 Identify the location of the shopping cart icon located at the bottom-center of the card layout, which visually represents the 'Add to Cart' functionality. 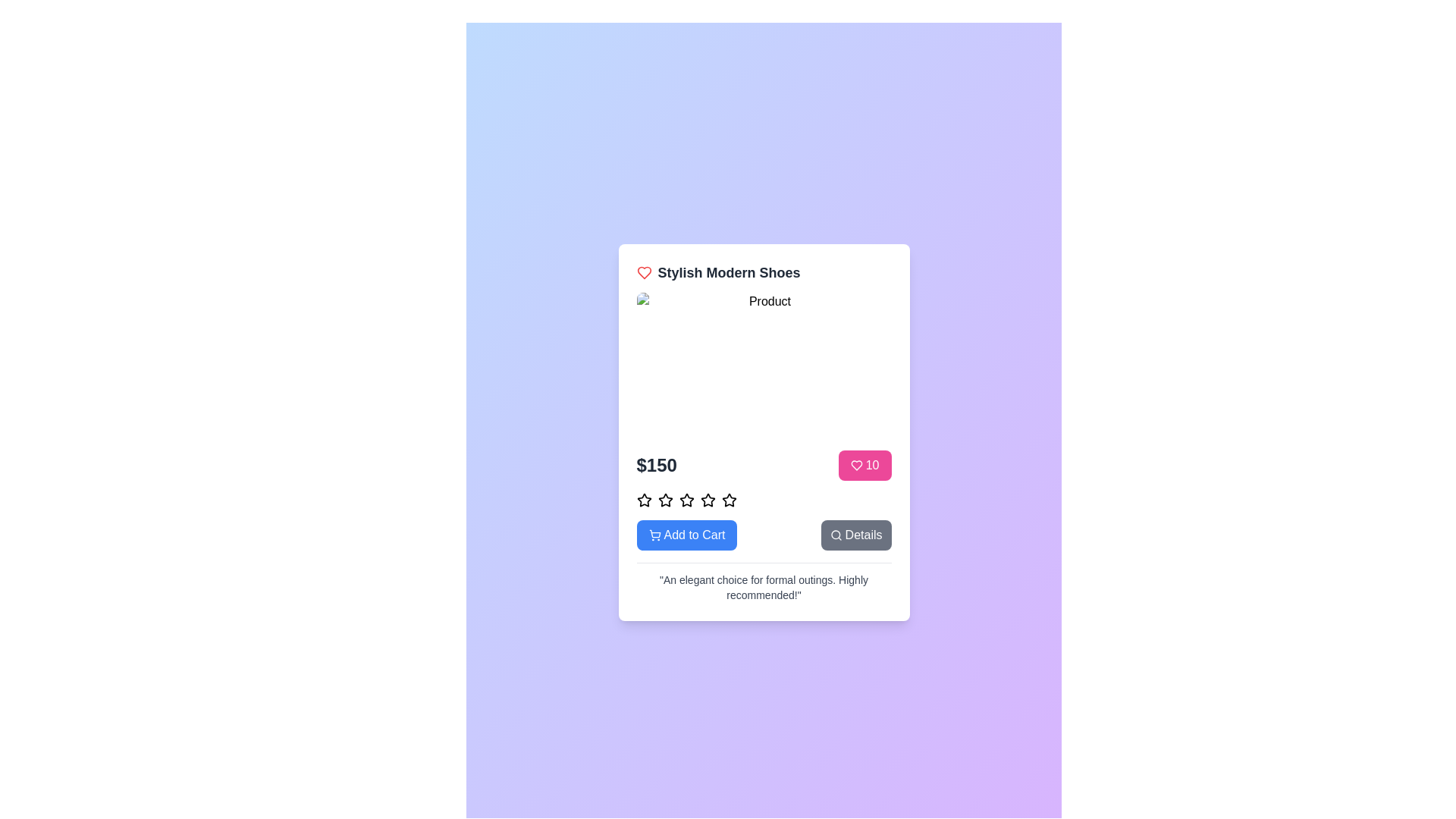
(654, 532).